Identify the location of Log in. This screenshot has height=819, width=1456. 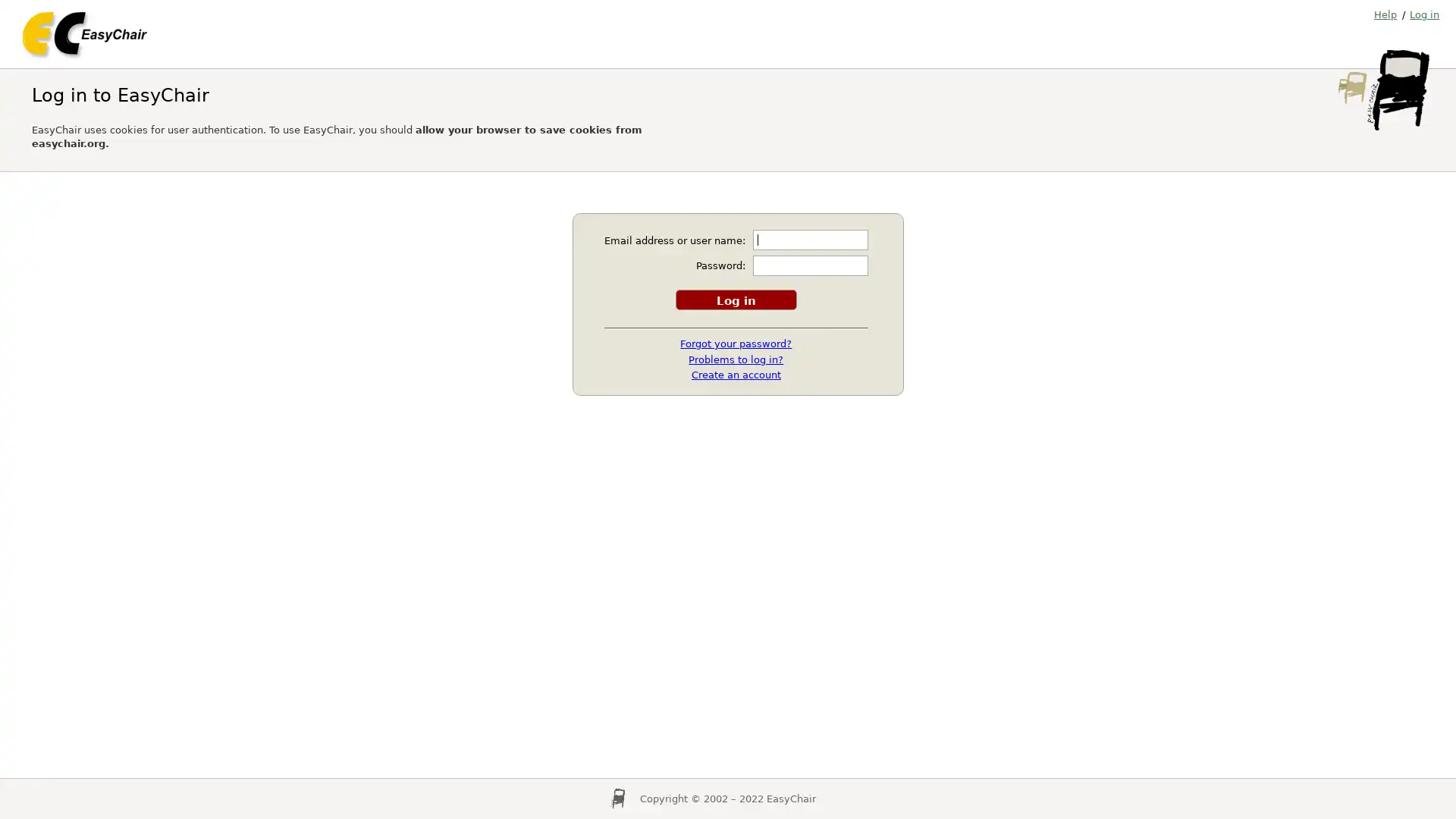
(735, 299).